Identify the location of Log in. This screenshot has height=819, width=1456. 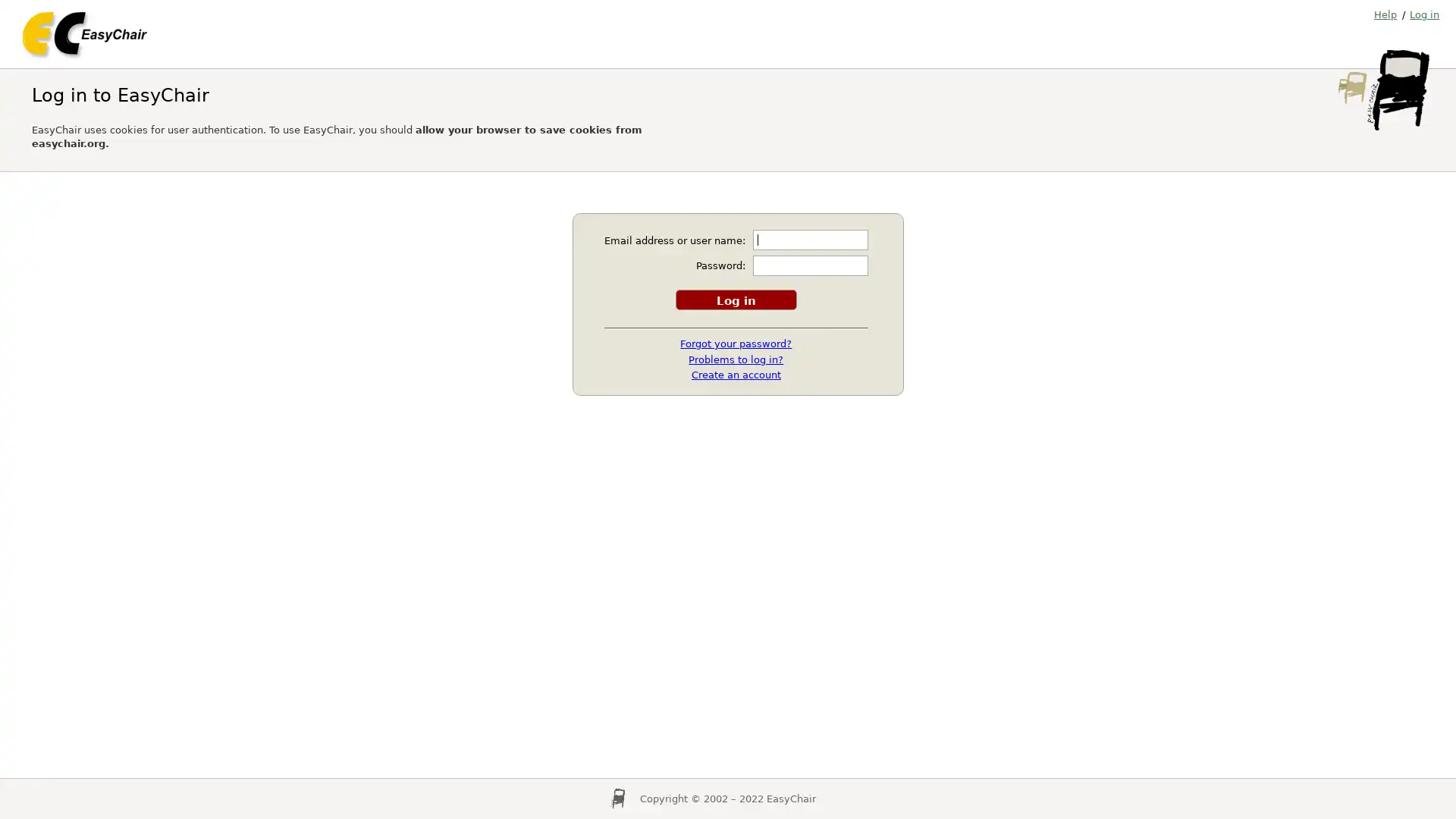
(735, 299).